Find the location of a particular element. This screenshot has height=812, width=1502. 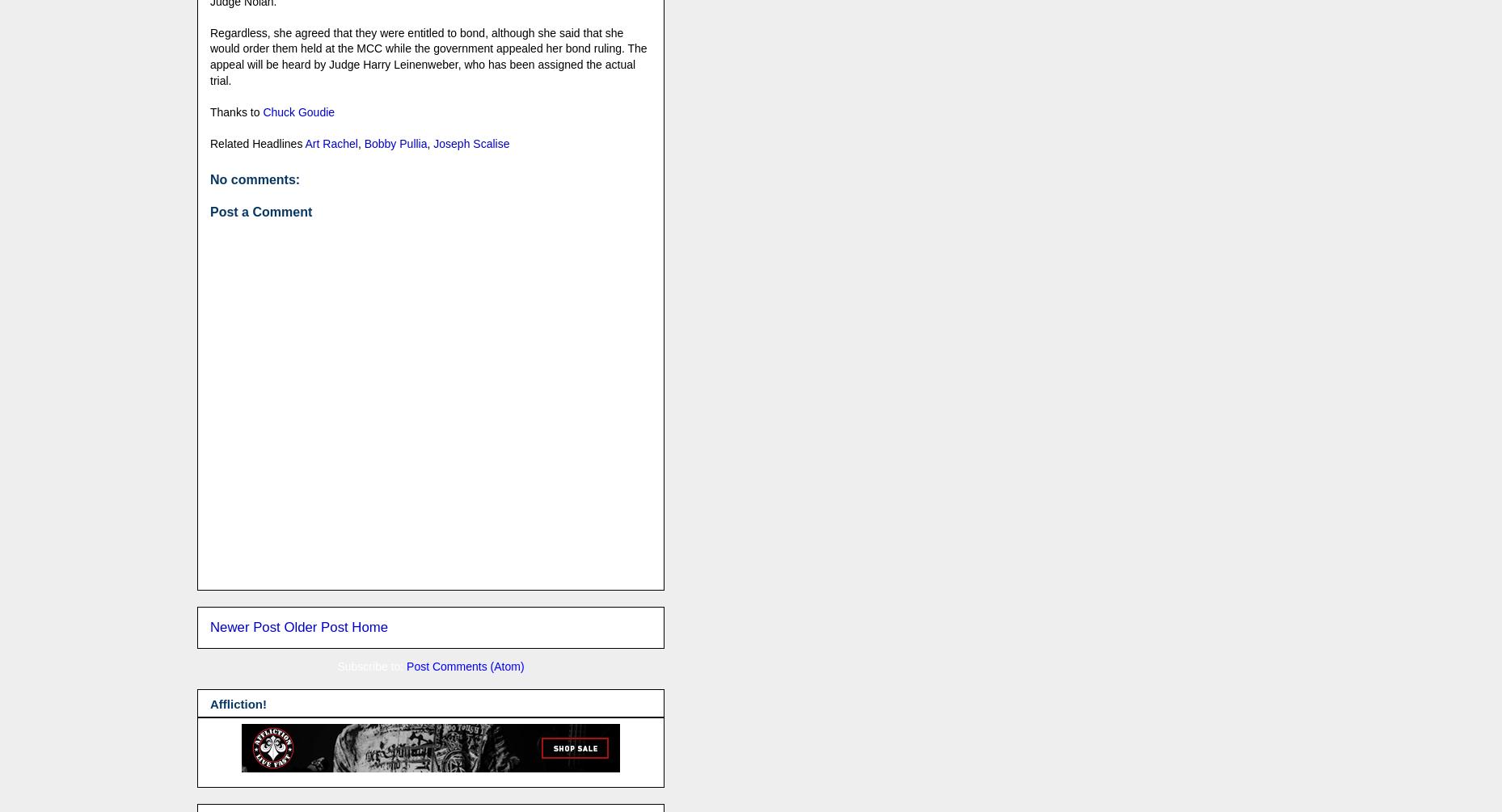

', although she said that she would order them held at the MCC while the government appealed her' is located at coordinates (416, 40).